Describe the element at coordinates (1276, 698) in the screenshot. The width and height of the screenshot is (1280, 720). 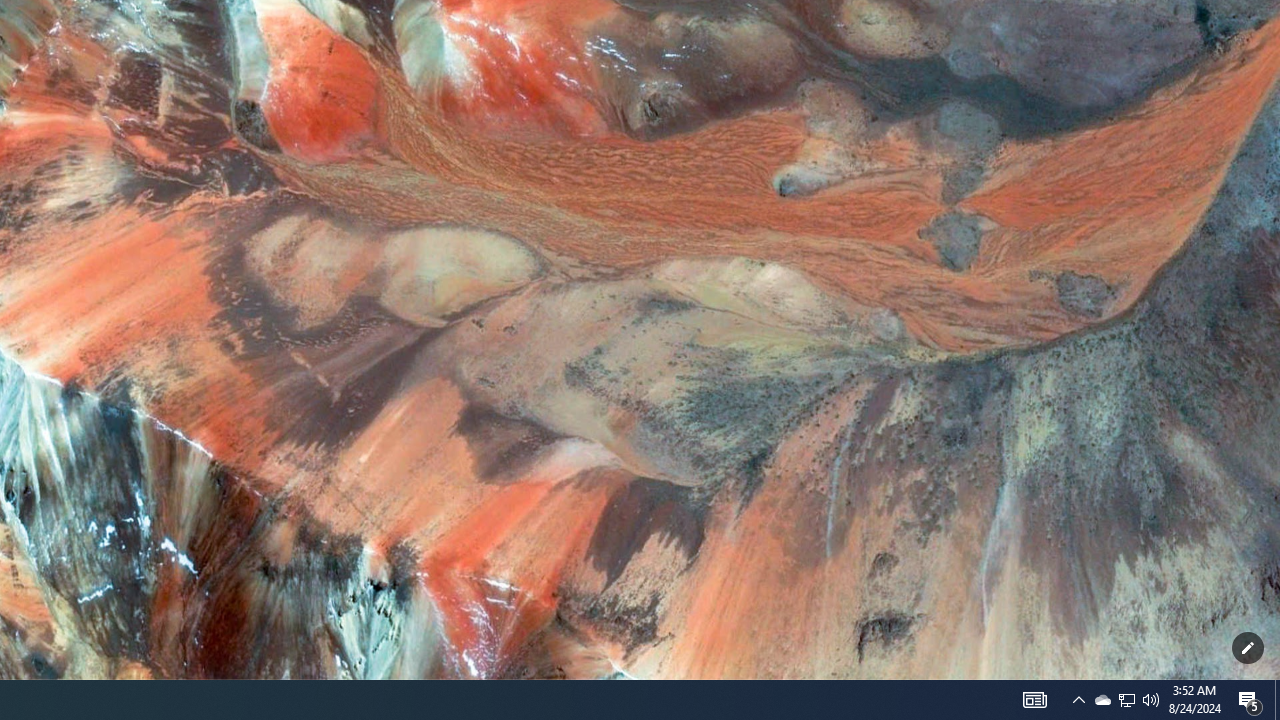
I see `'Show desktop'` at that location.